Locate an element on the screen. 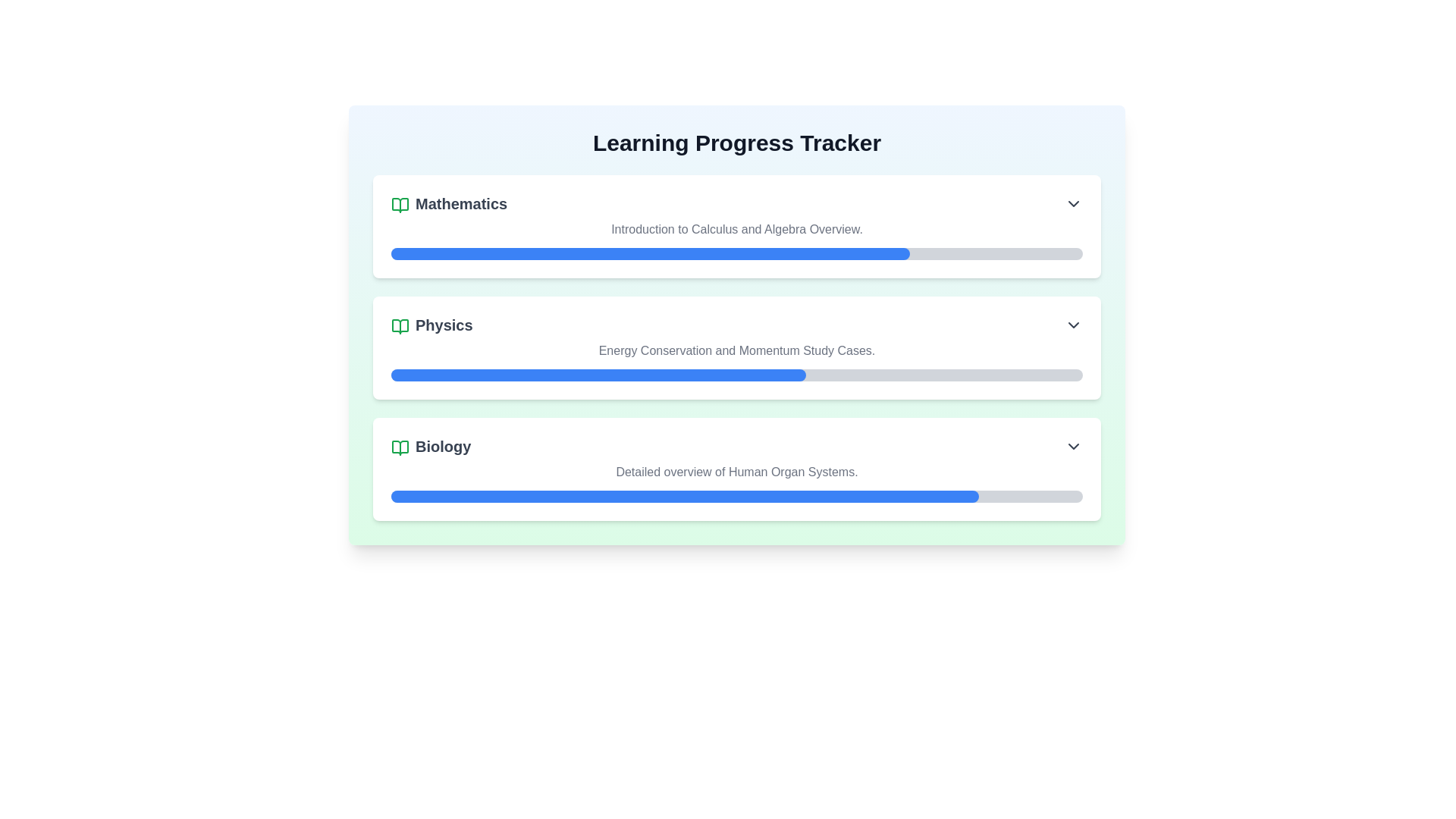 The image size is (1456, 819). the text label component styled as a heading with the text 'Mathematics', which is bold and dark gray, located in the top section of the list-like layout, aligned horizontally with an open book icon is located at coordinates (448, 203).